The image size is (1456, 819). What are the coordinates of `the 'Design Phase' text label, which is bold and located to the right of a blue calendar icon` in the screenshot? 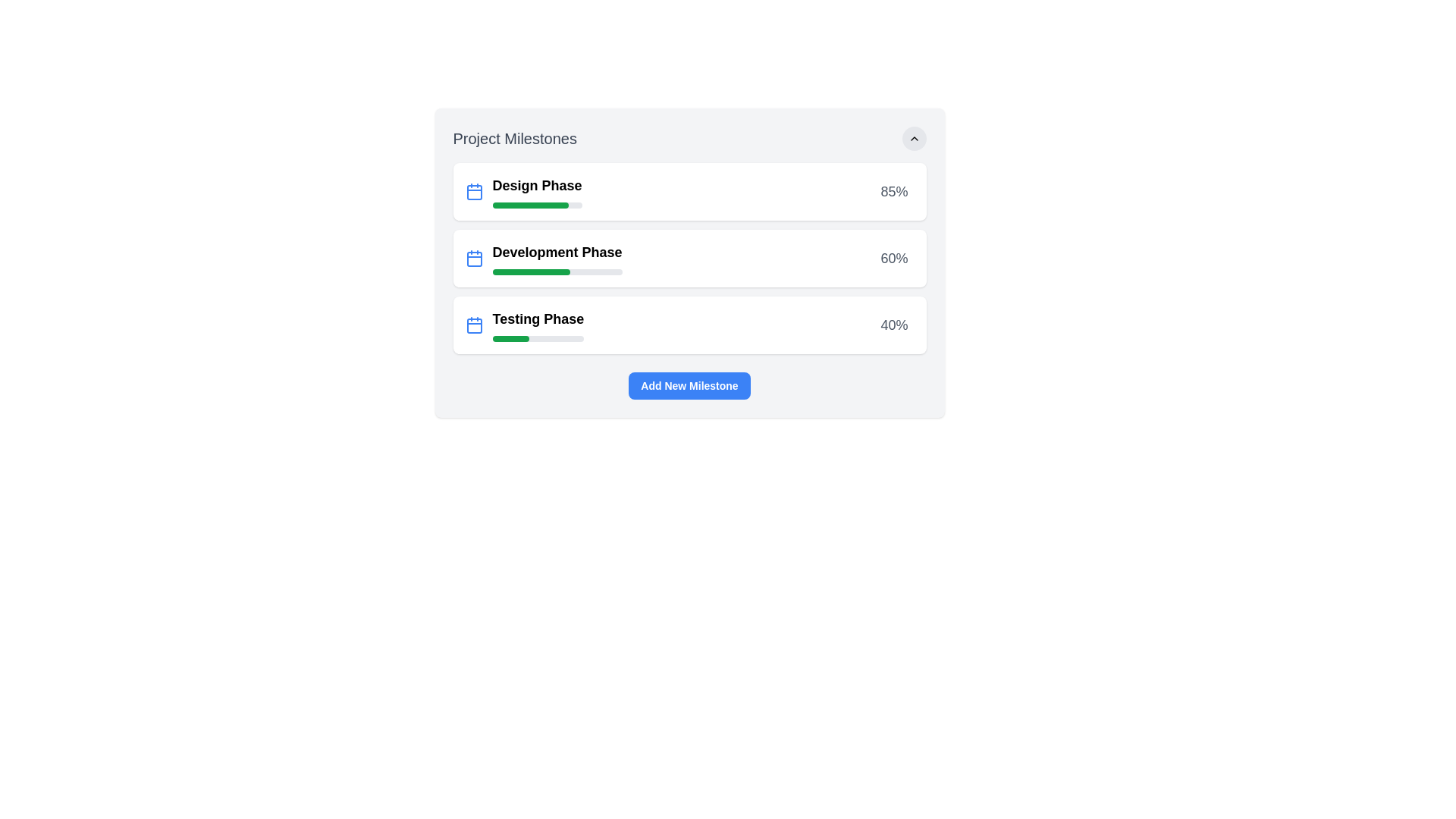 It's located at (537, 191).